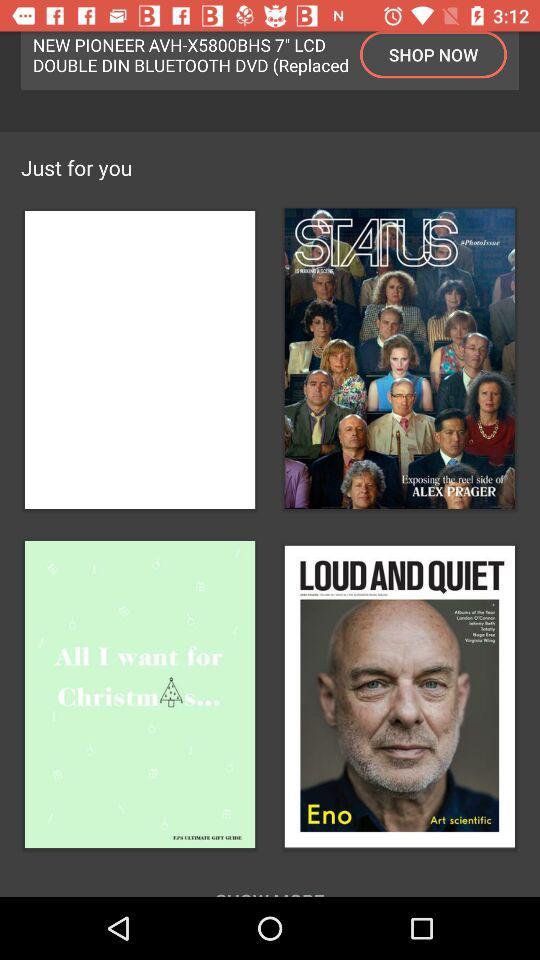  Describe the element at coordinates (432, 53) in the screenshot. I see `shop now item` at that location.